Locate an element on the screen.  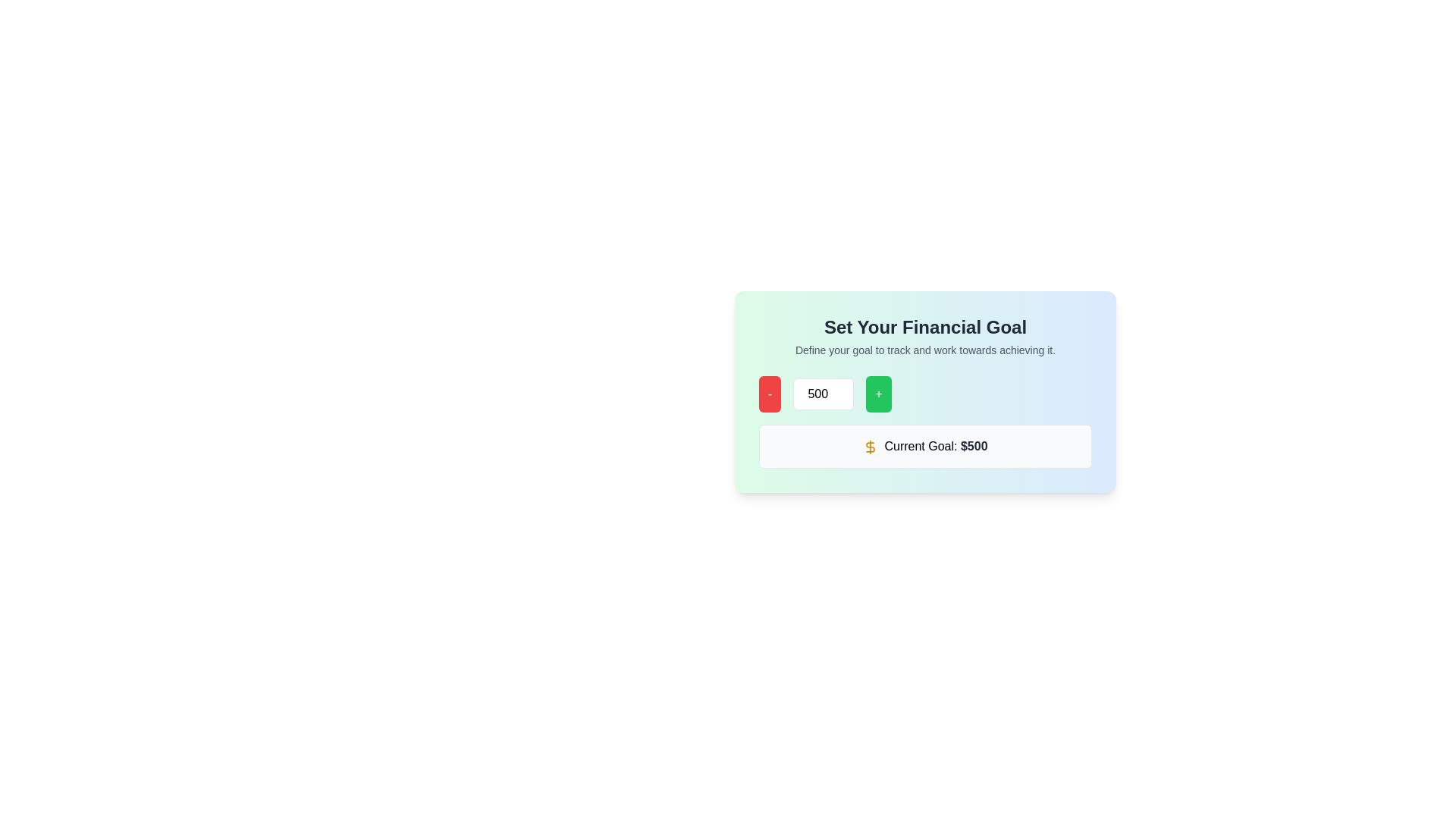
the Text Group that contains the bold text 'Set Your Financial Goal' and the smaller text 'Define your goal to track and work towards achieving it.' is located at coordinates (924, 335).